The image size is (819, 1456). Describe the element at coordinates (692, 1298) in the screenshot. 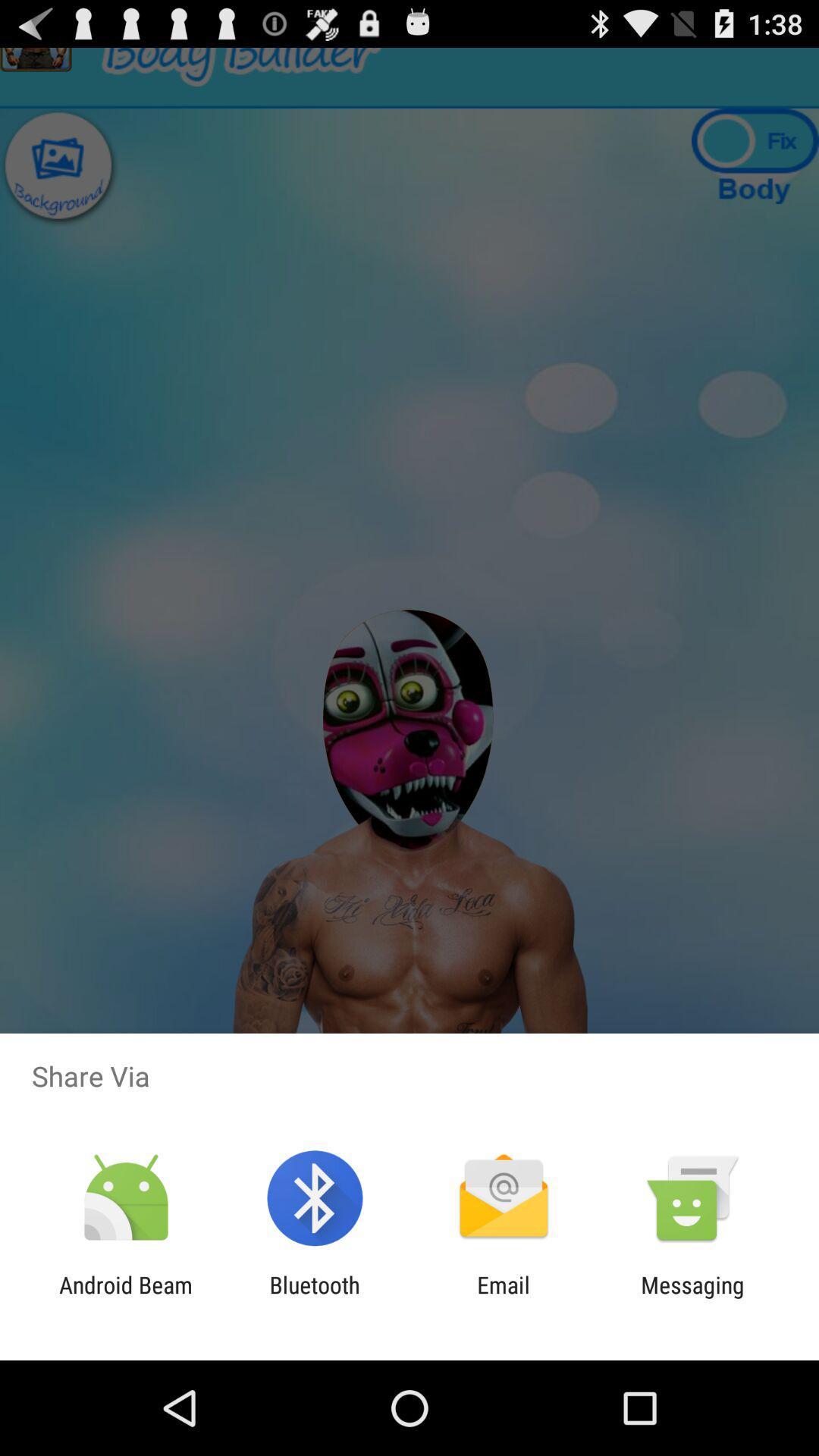

I see `app to the right of the email app` at that location.